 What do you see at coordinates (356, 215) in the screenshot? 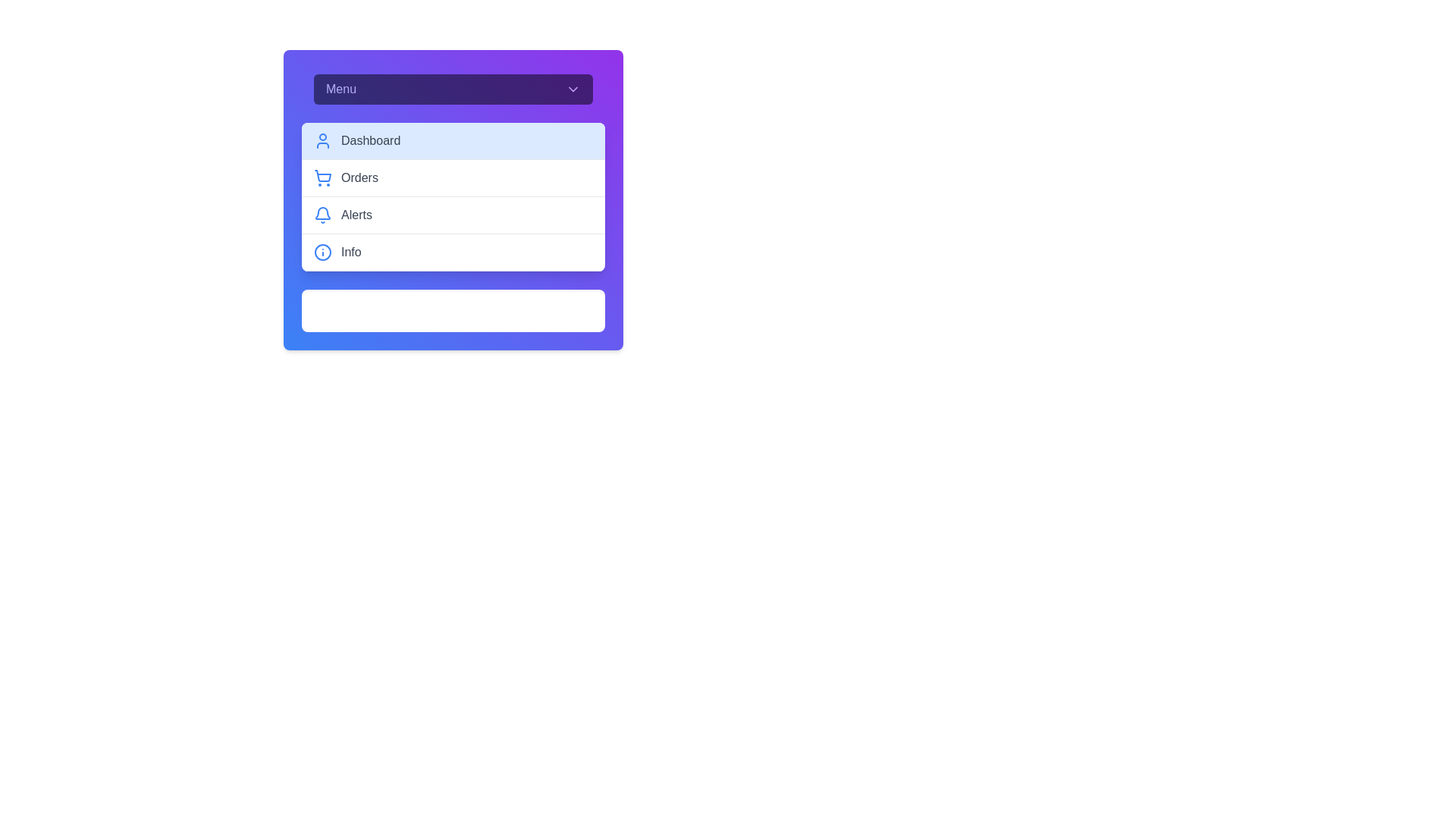
I see `the text label 'Alerts' that is styled in gray and aligned to the right of the bell icon in the vertical menu list` at bounding box center [356, 215].